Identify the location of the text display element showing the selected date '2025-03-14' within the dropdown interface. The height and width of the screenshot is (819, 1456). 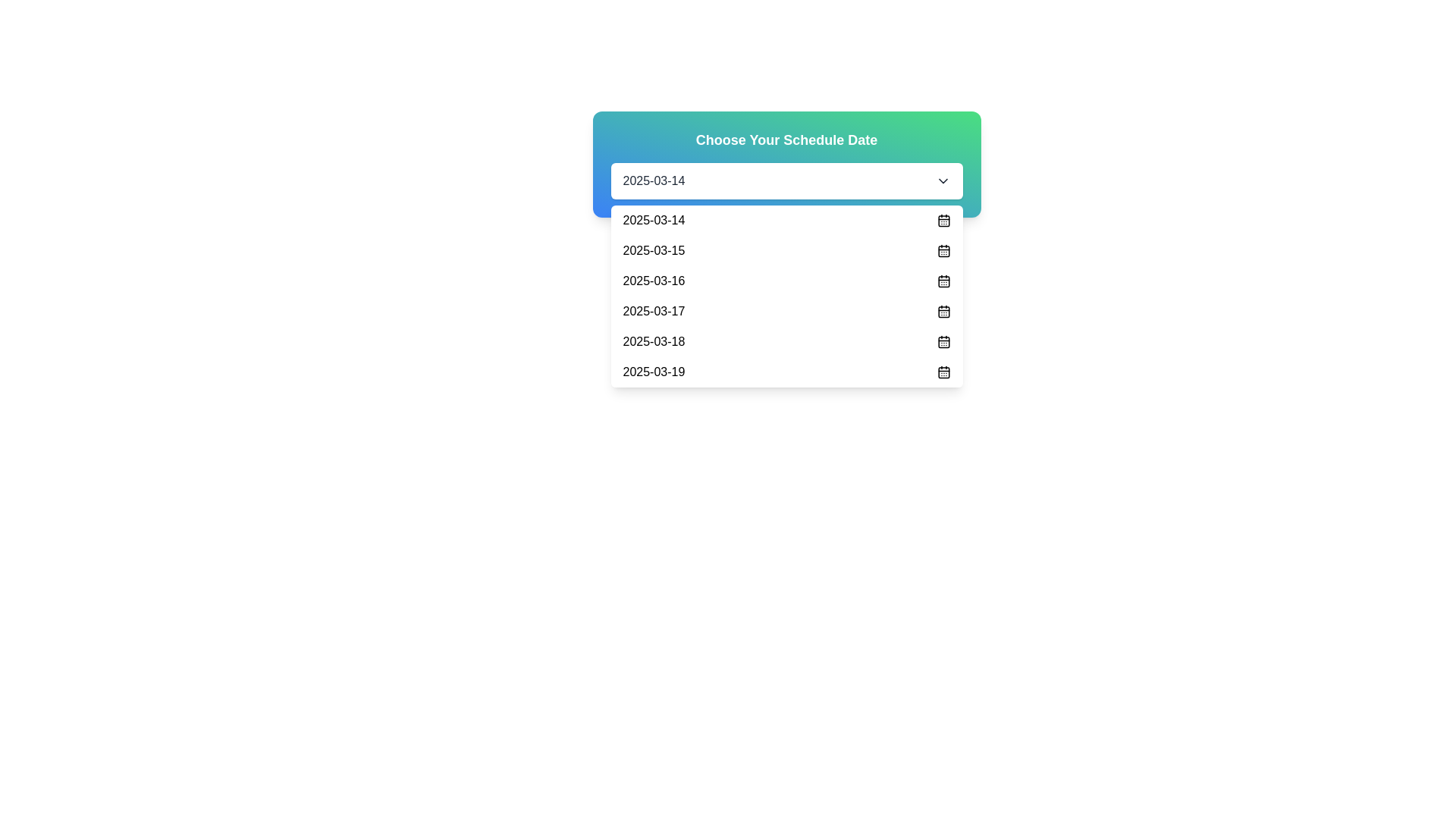
(654, 180).